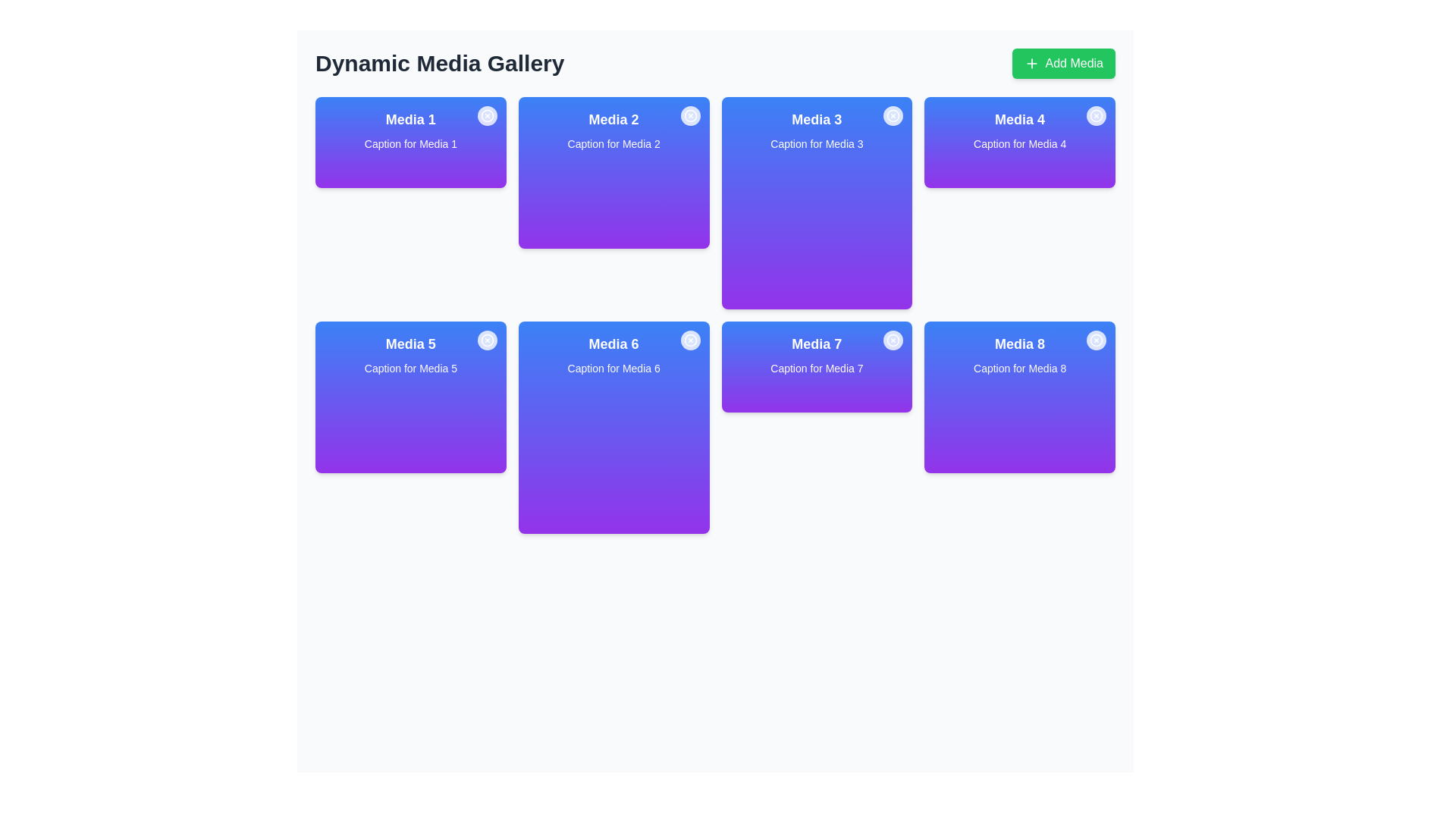 Image resolution: width=1456 pixels, height=819 pixels. Describe the element at coordinates (893, 115) in the screenshot. I see `the Close button icon, which is a circular button with a cross inside located in the top-right corner of the 'Media 3' card` at that location.